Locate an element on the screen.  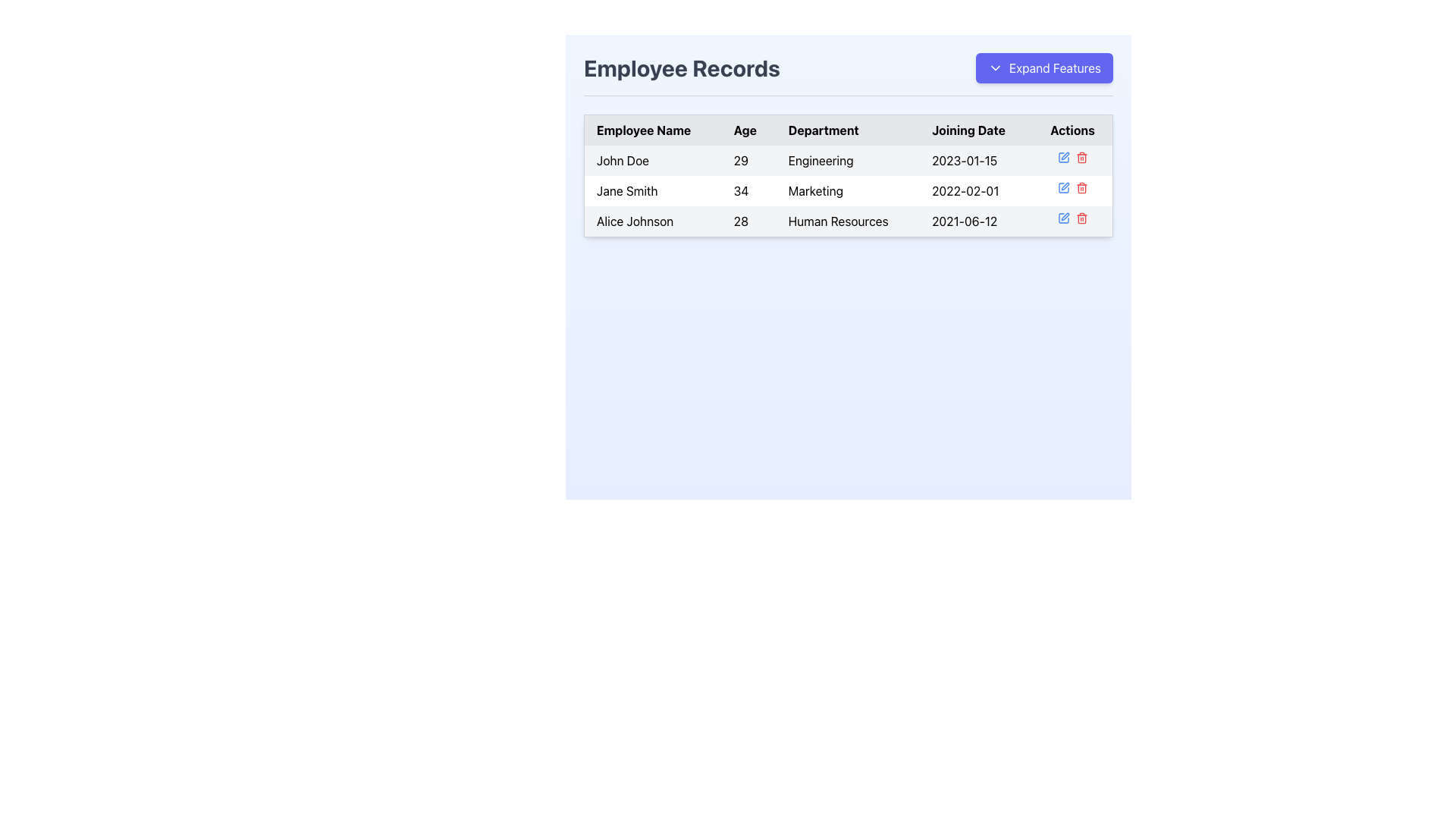
'Age' text label for the employee 'Alice Johnson' located in the second column of the table is located at coordinates (748, 221).